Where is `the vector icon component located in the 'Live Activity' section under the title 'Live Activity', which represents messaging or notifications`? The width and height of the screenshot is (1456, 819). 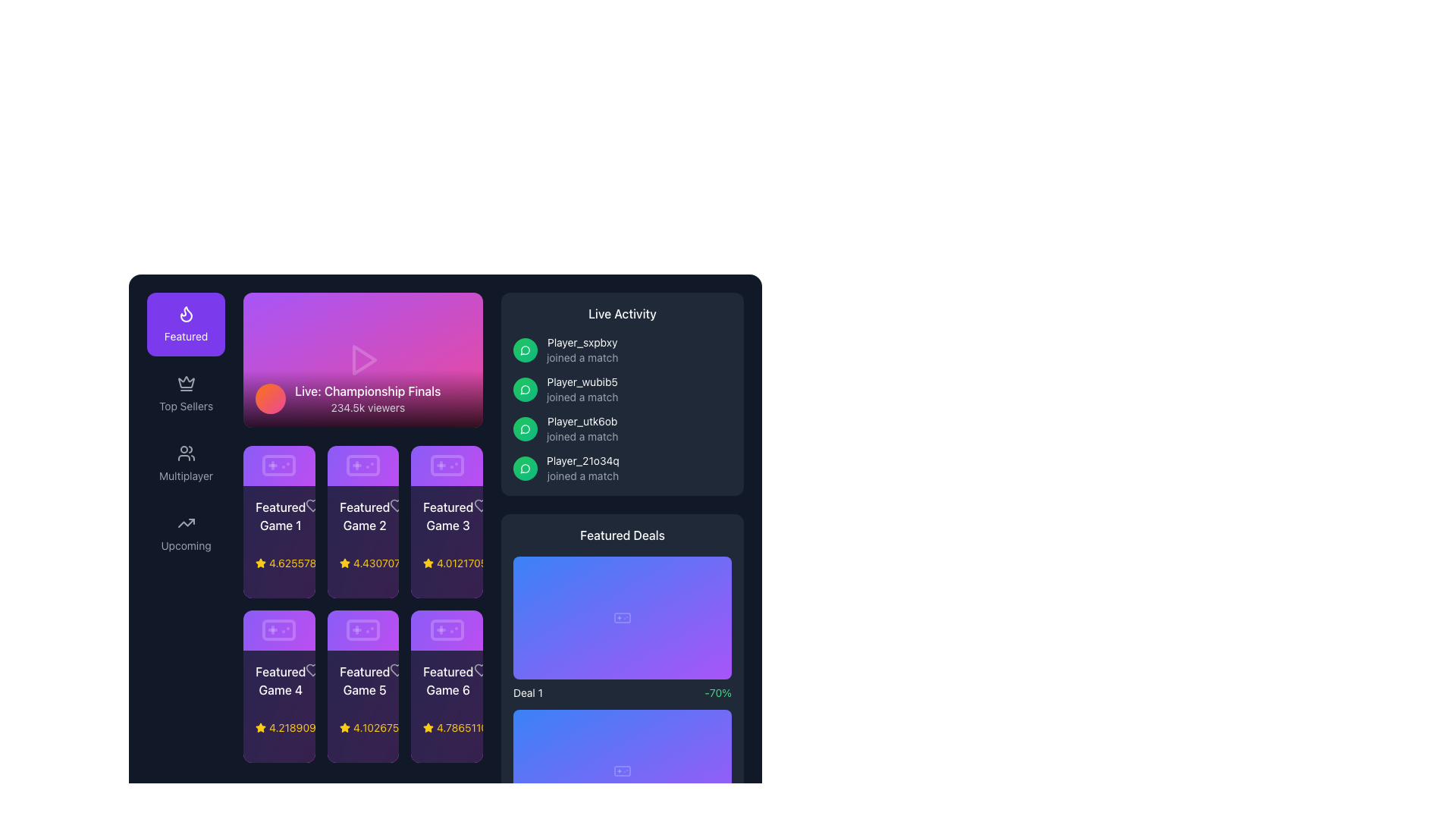 the vector icon component located in the 'Live Activity' section under the title 'Live Activity', which represents messaging or notifications is located at coordinates (525, 389).